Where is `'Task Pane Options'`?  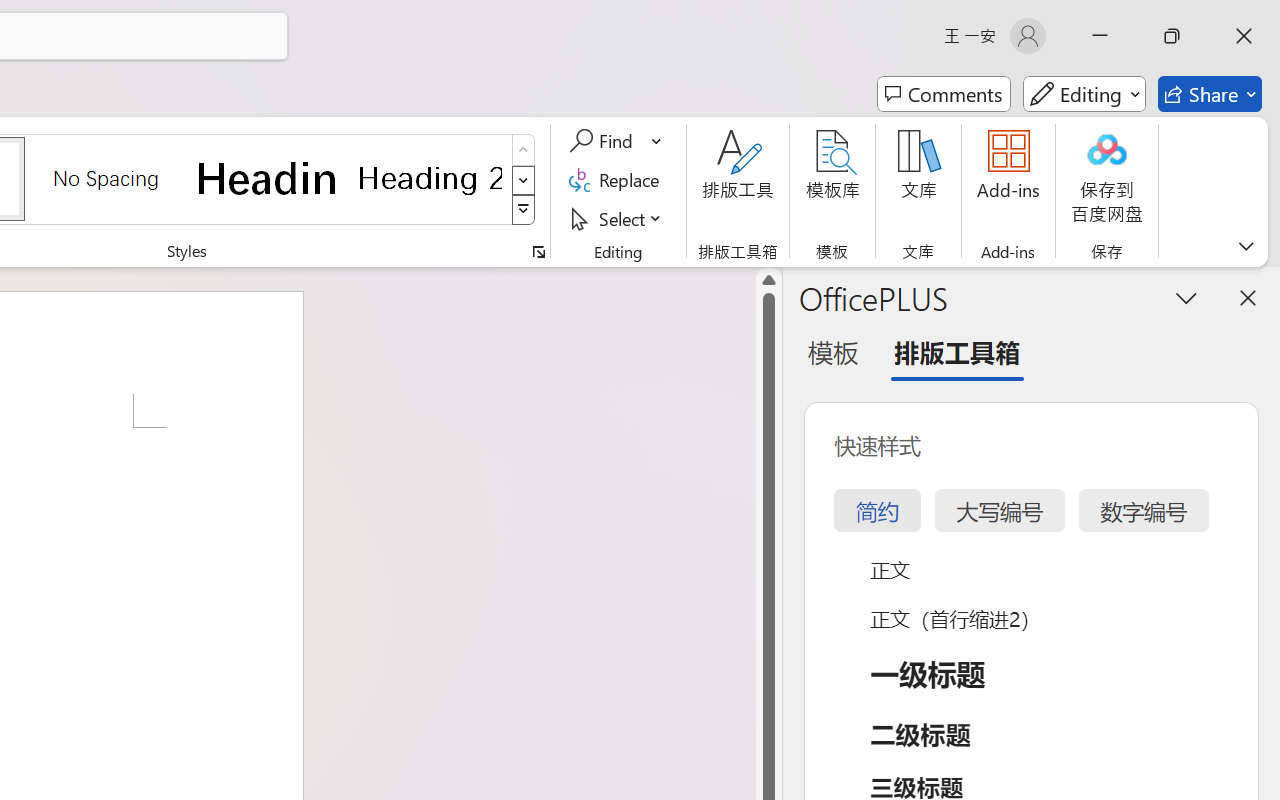
'Task Pane Options' is located at coordinates (1187, 297).